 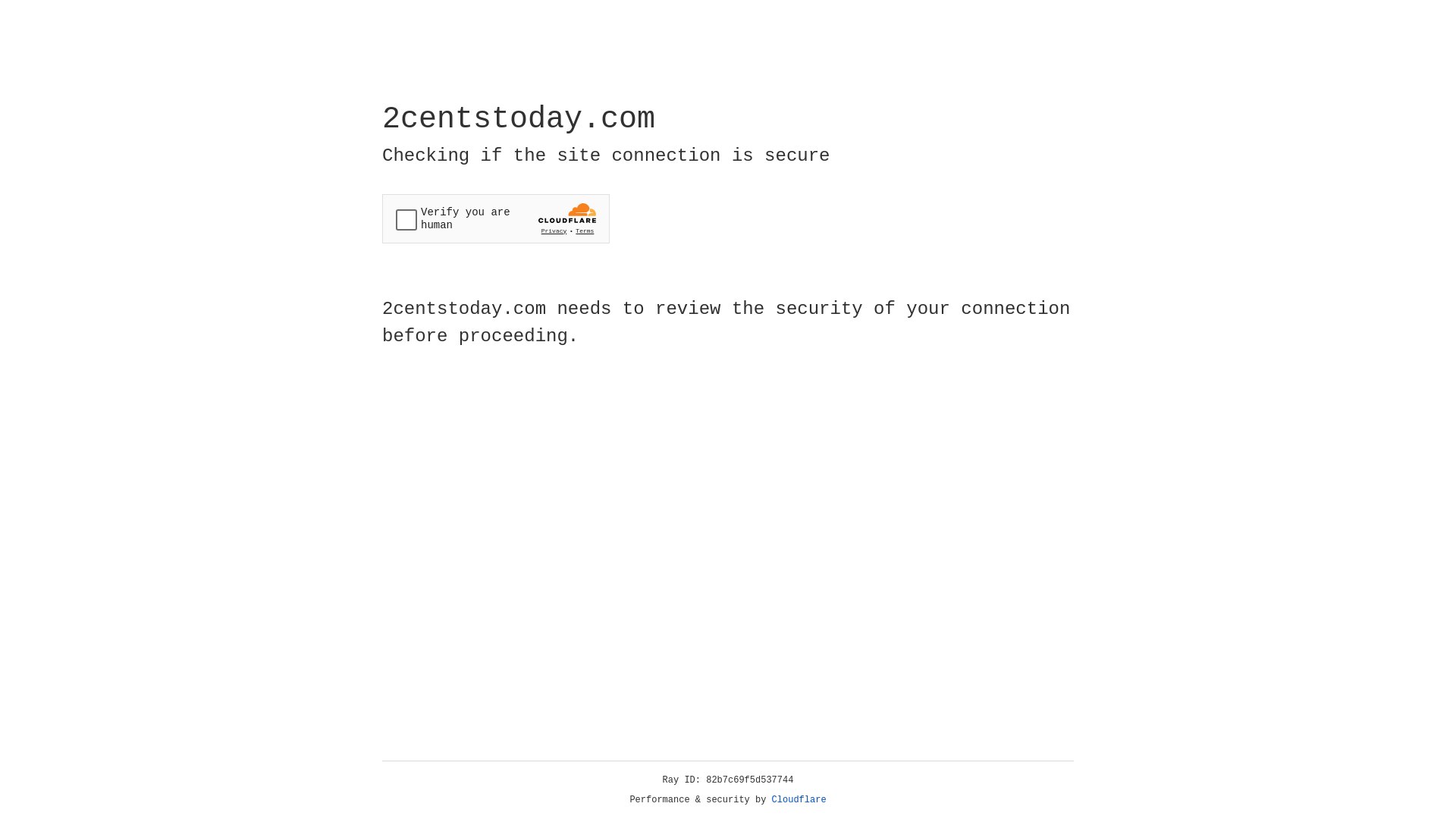 What do you see at coordinates (495, 218) in the screenshot?
I see `'Widget containing a Cloudflare security challenge'` at bounding box center [495, 218].